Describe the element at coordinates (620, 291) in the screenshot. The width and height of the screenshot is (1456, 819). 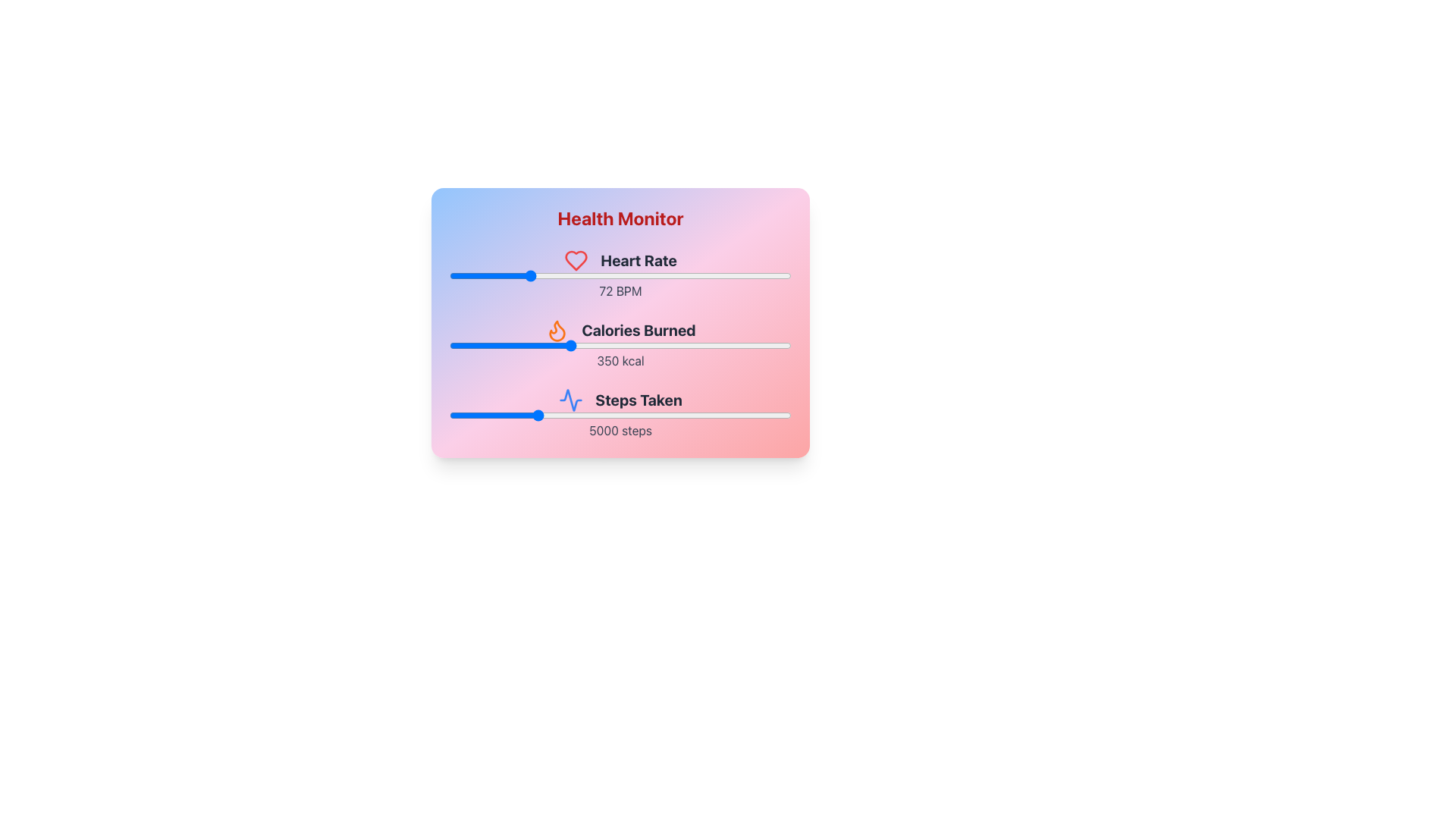
I see `the text element displaying '72 BPM' that is styled in gray and located below the 'Heart Rate' slider` at that location.